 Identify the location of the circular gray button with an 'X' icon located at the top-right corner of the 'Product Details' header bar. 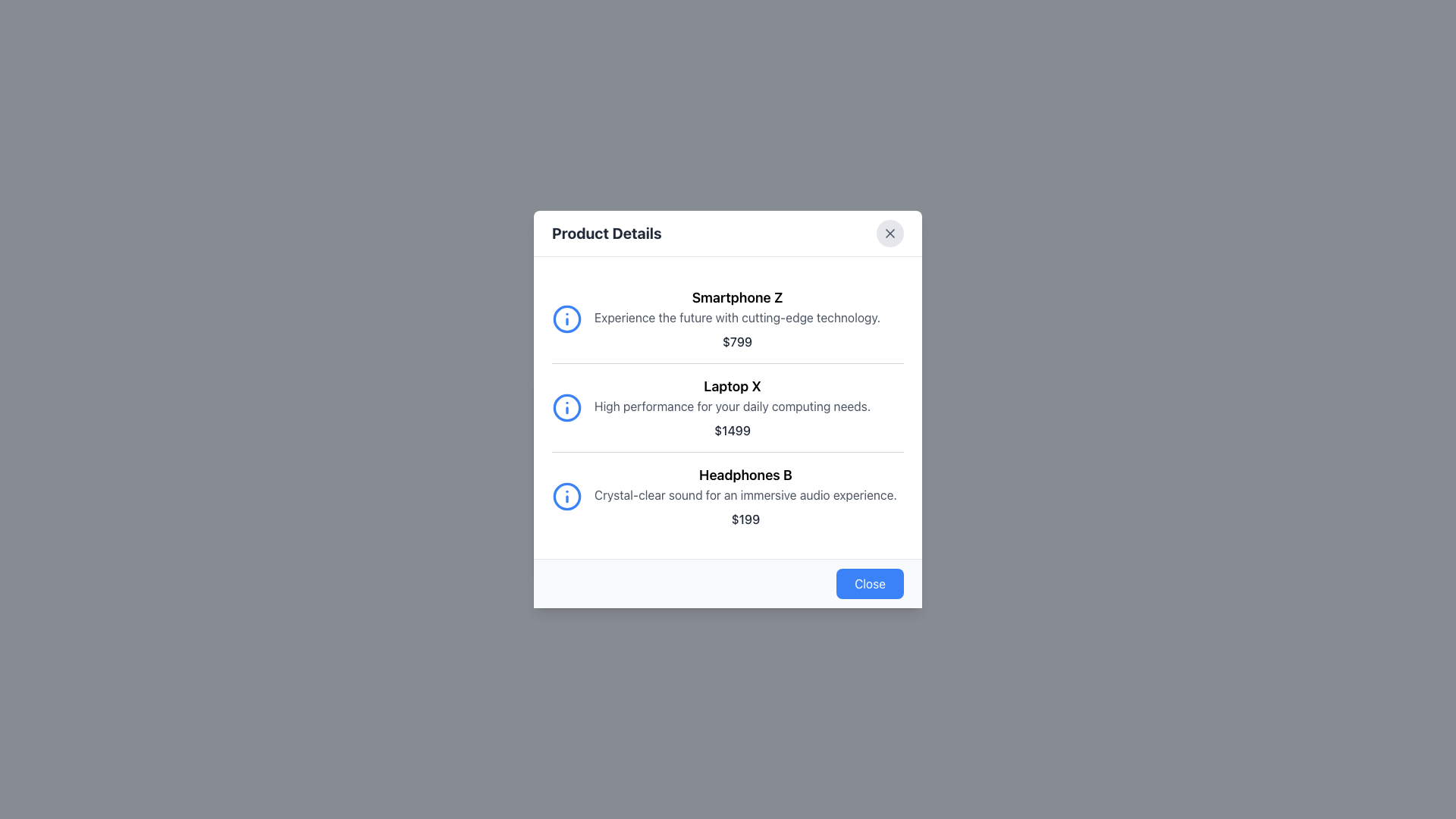
(890, 234).